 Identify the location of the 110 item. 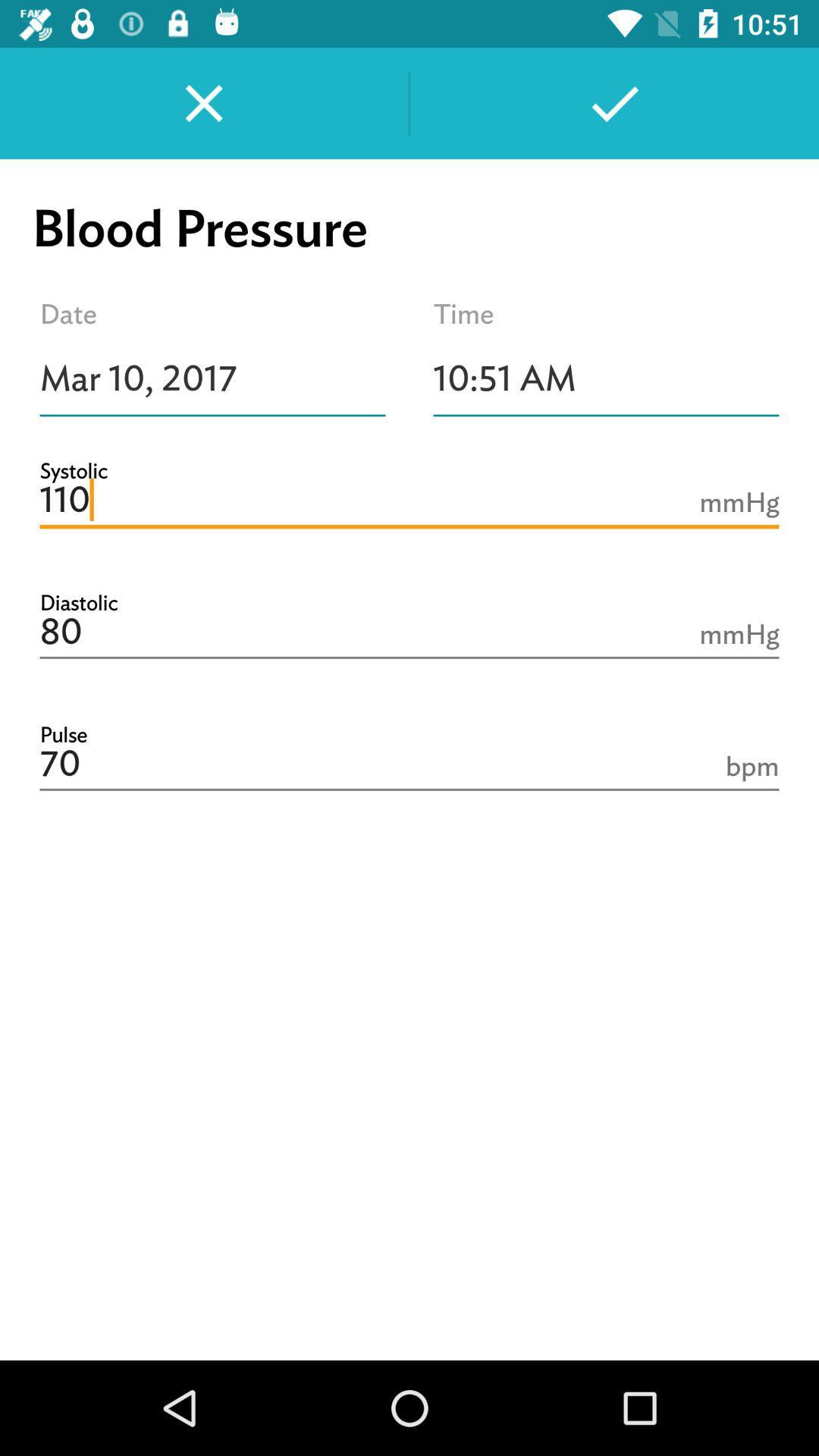
(409, 500).